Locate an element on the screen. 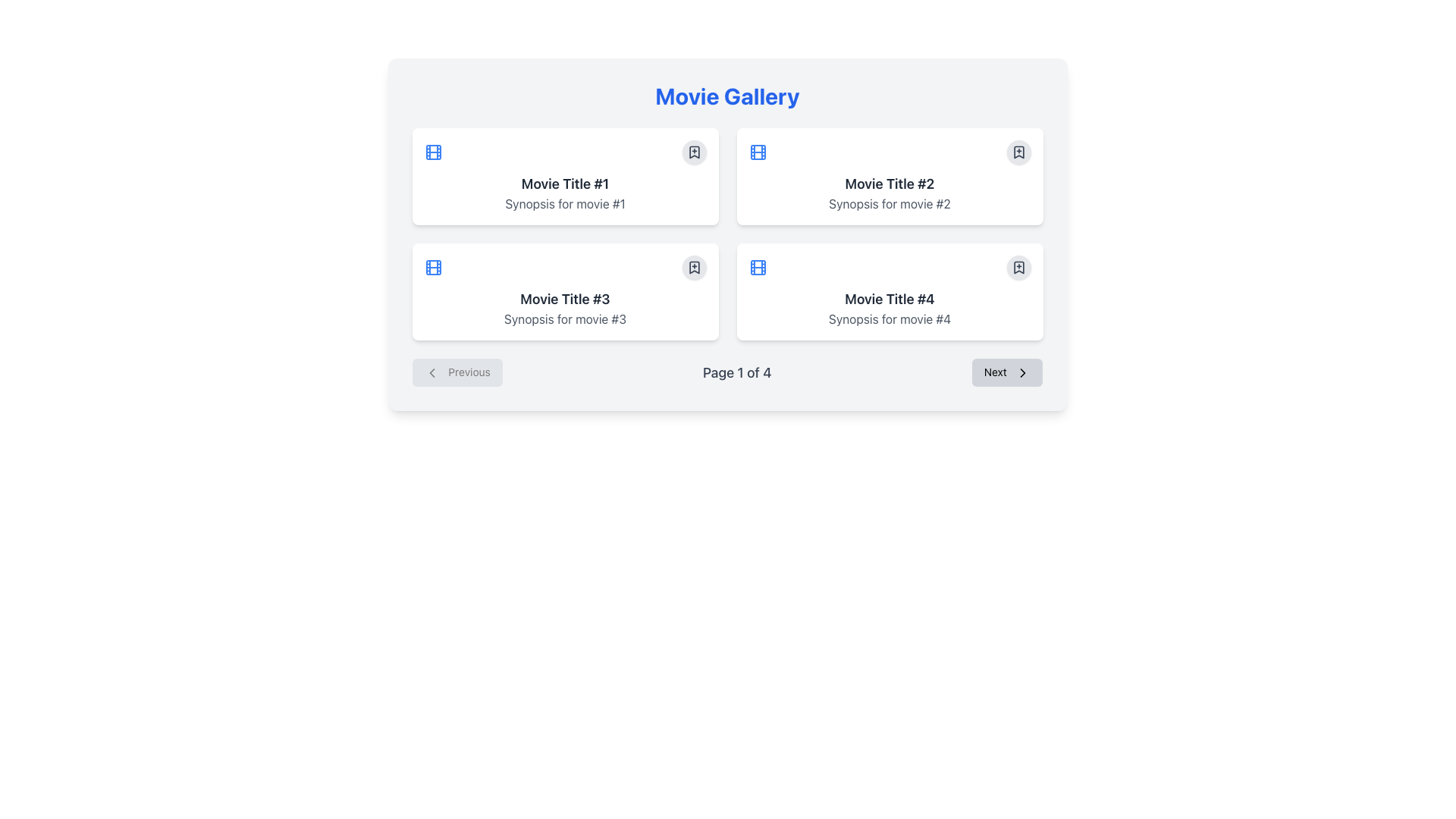  the film reel icon located in the leftmost card of the top row, positioned to the left of the text 'Movie Title #1' for interaction is located at coordinates (432, 152).